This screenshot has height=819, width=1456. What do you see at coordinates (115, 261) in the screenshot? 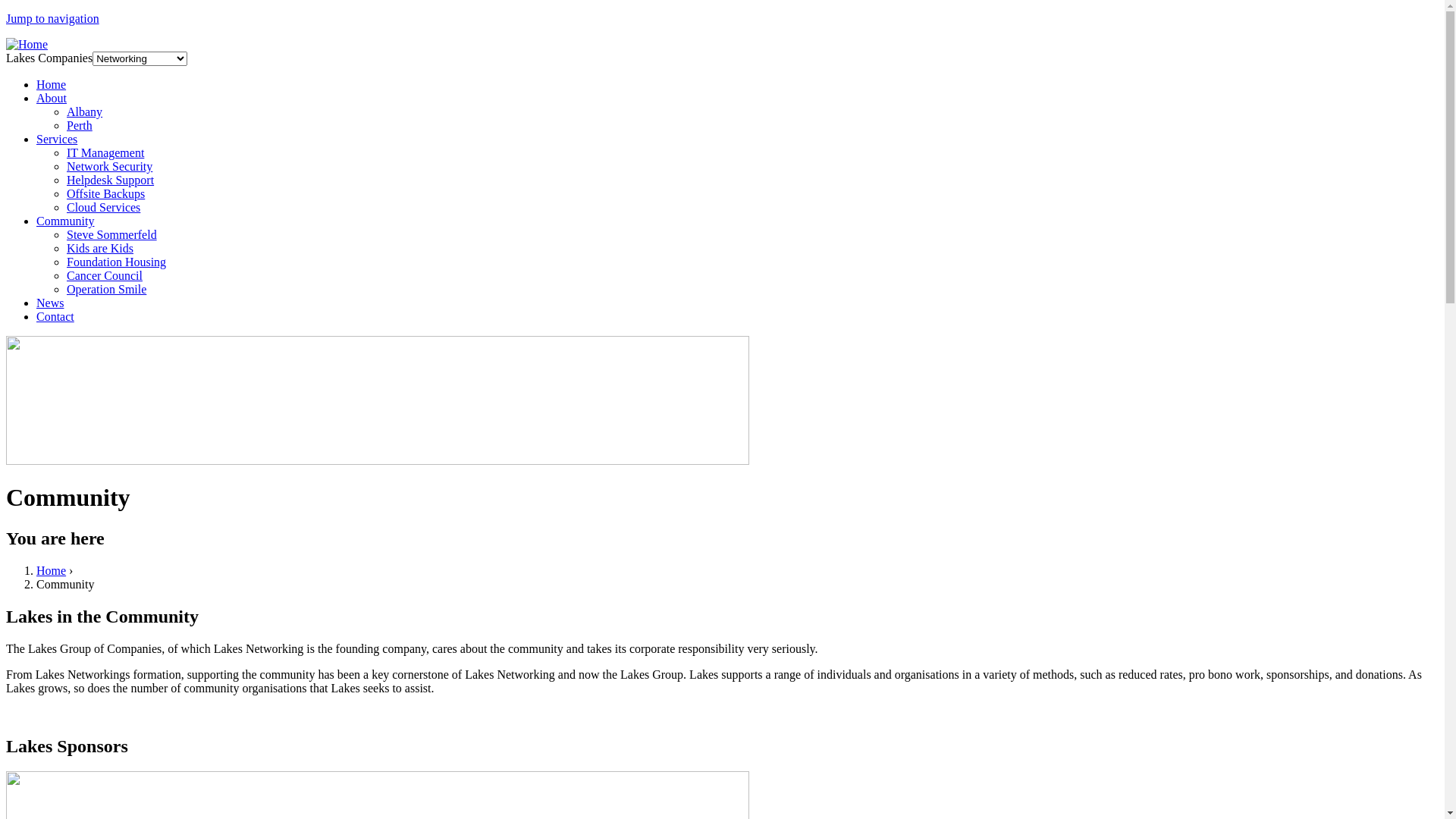
I see `'Foundation Housing'` at bounding box center [115, 261].